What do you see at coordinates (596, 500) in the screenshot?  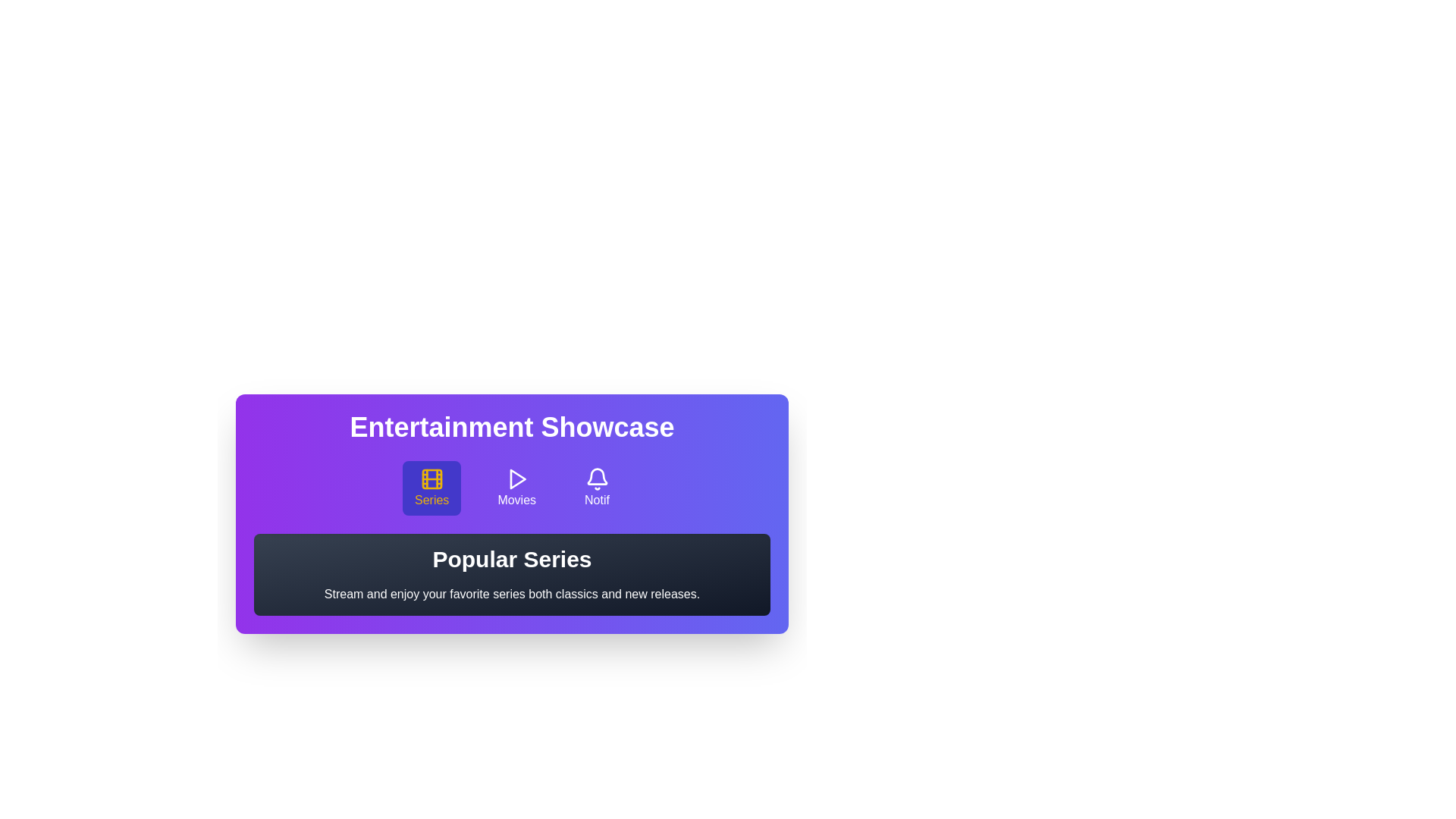 I see `the 'Notif' text label element, which indicates notification-related functionality and is located below a bell icon in a button group` at bounding box center [596, 500].